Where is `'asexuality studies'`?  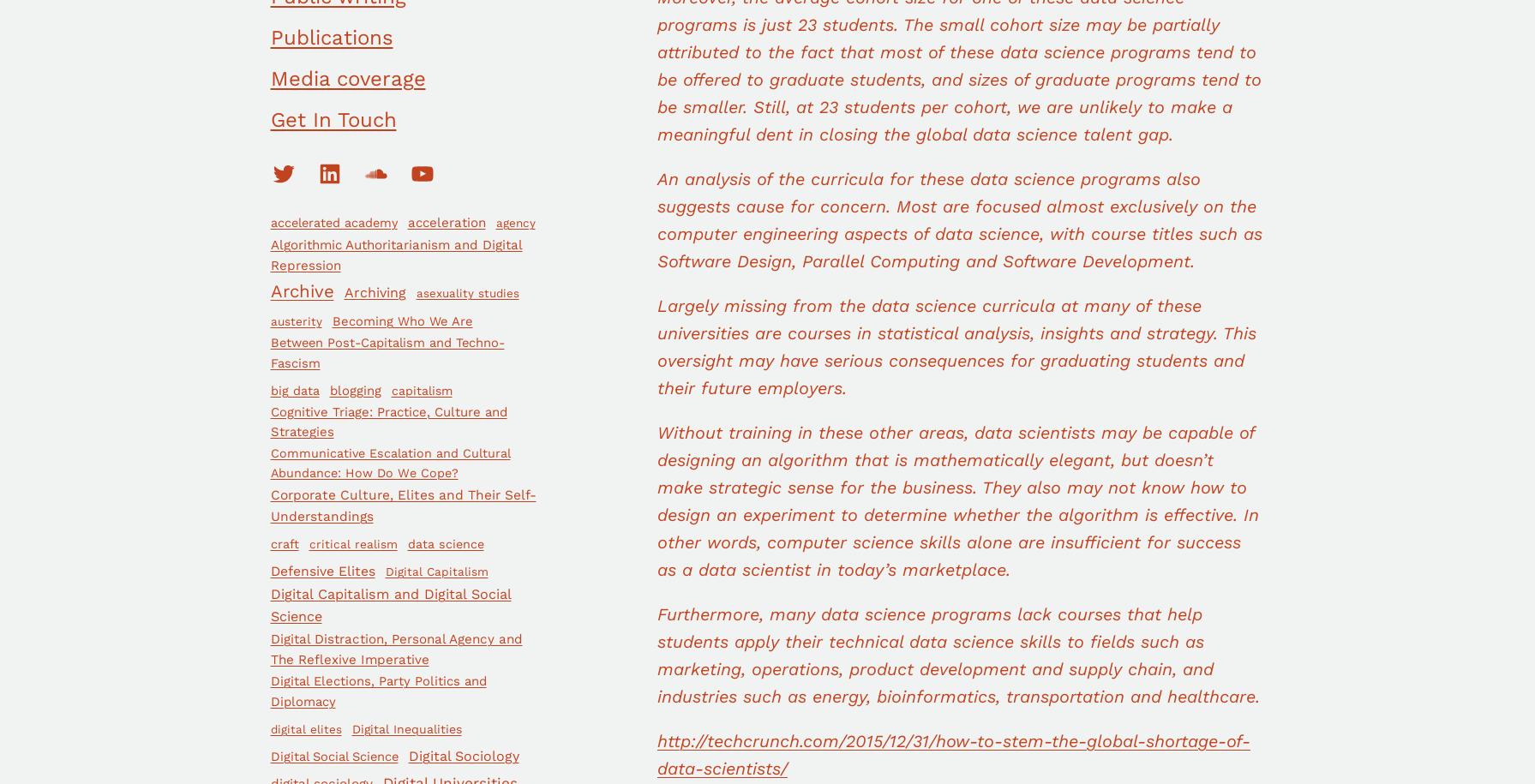 'asexuality studies' is located at coordinates (467, 293).